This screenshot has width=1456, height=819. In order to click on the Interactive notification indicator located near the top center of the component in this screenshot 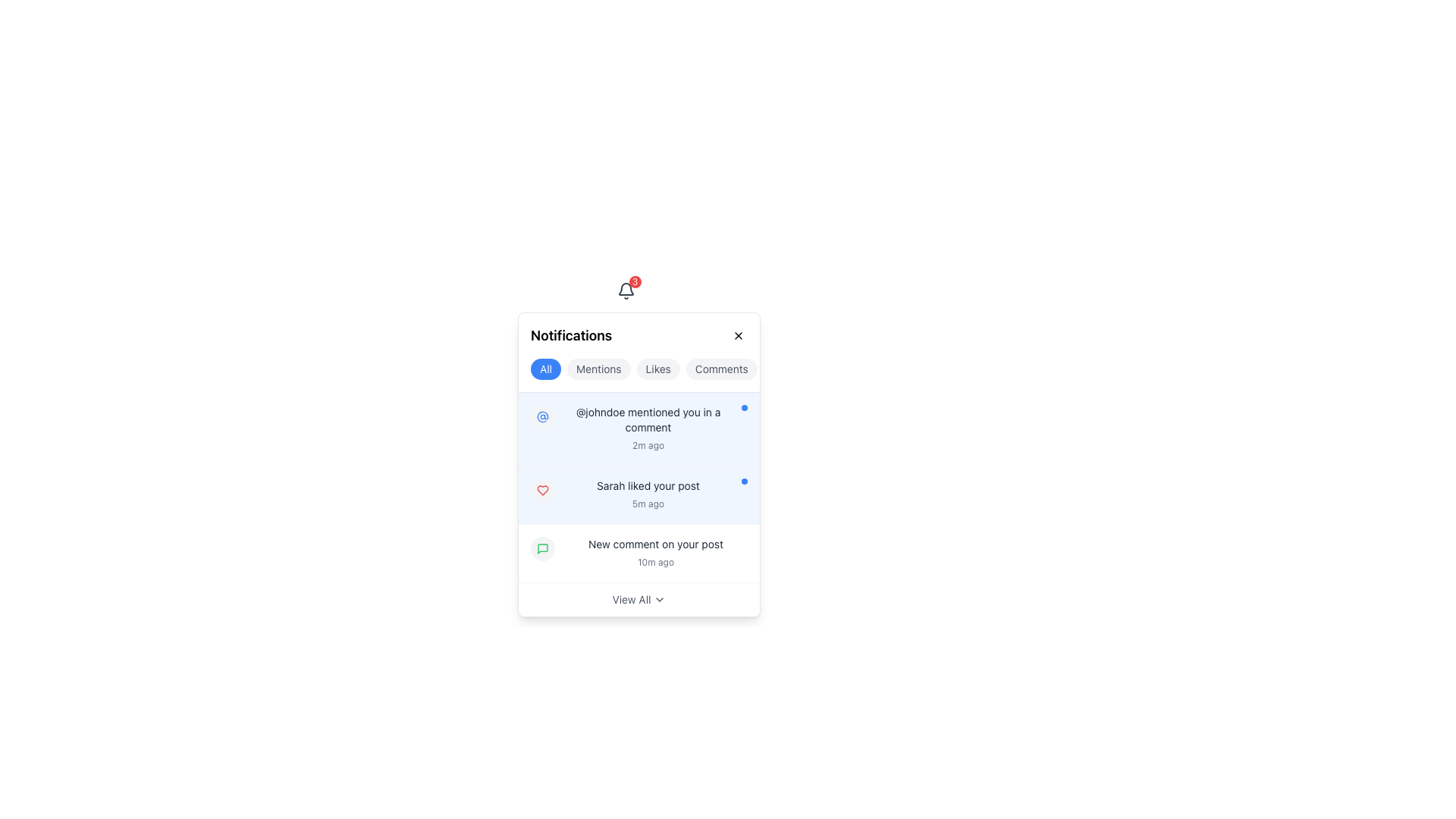, I will do `click(626, 291)`.